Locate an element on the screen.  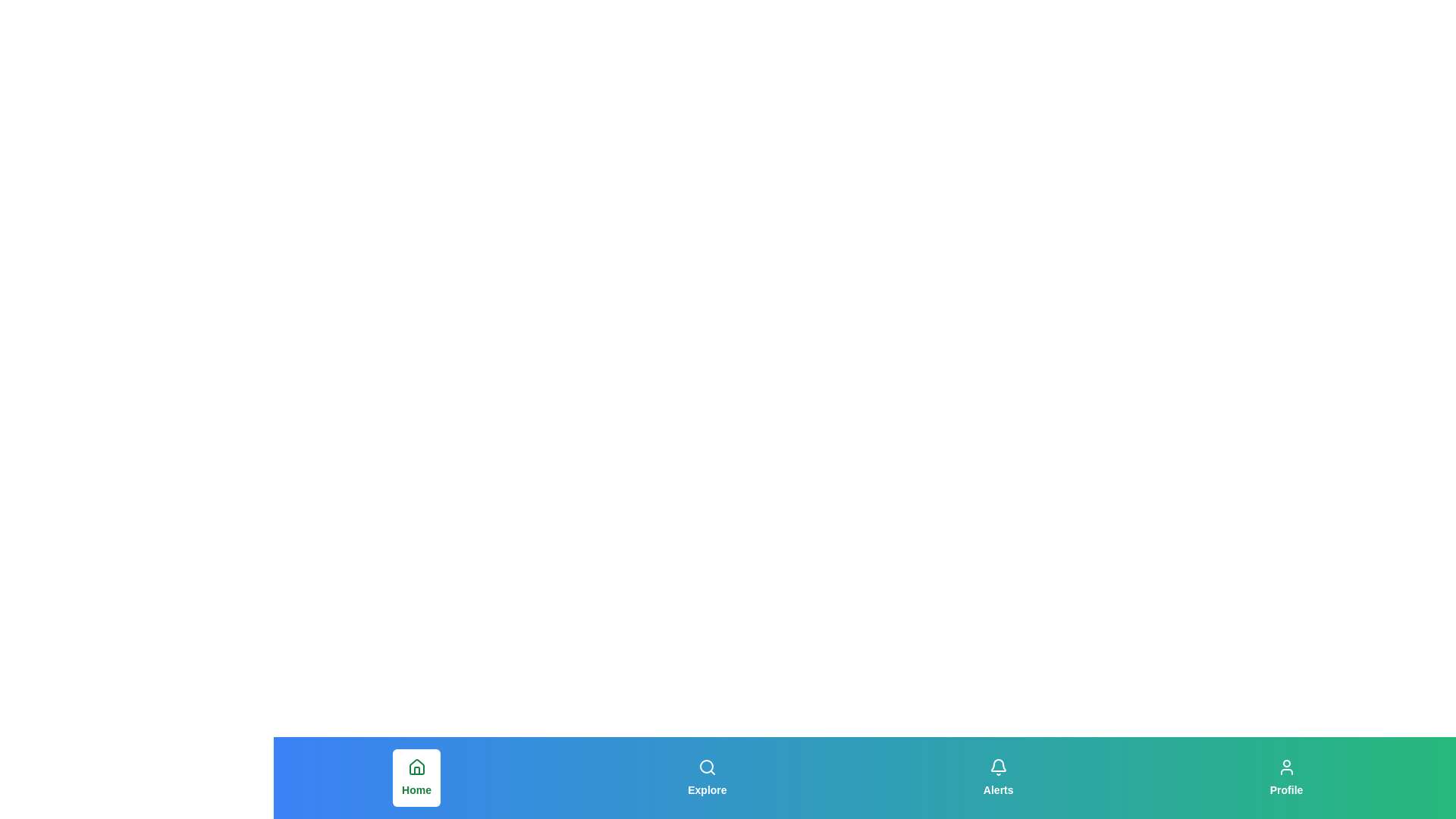
the tab corresponding to Alerts is located at coordinates (998, 778).